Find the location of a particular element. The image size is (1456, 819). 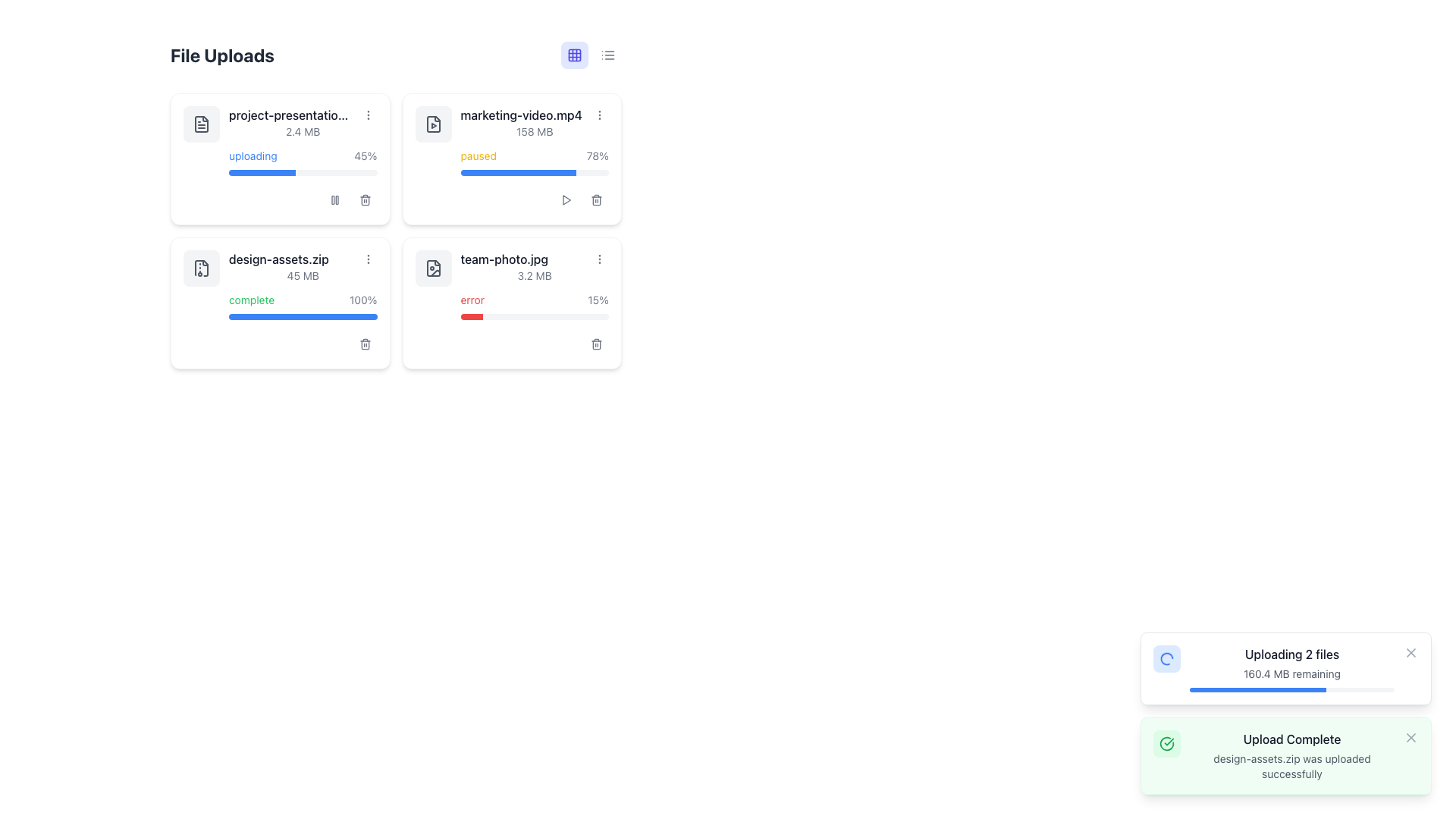

the text label displaying '100%' in light gray, located in the bottom-left section of the interface next to the green 'complete' label is located at coordinates (362, 300).